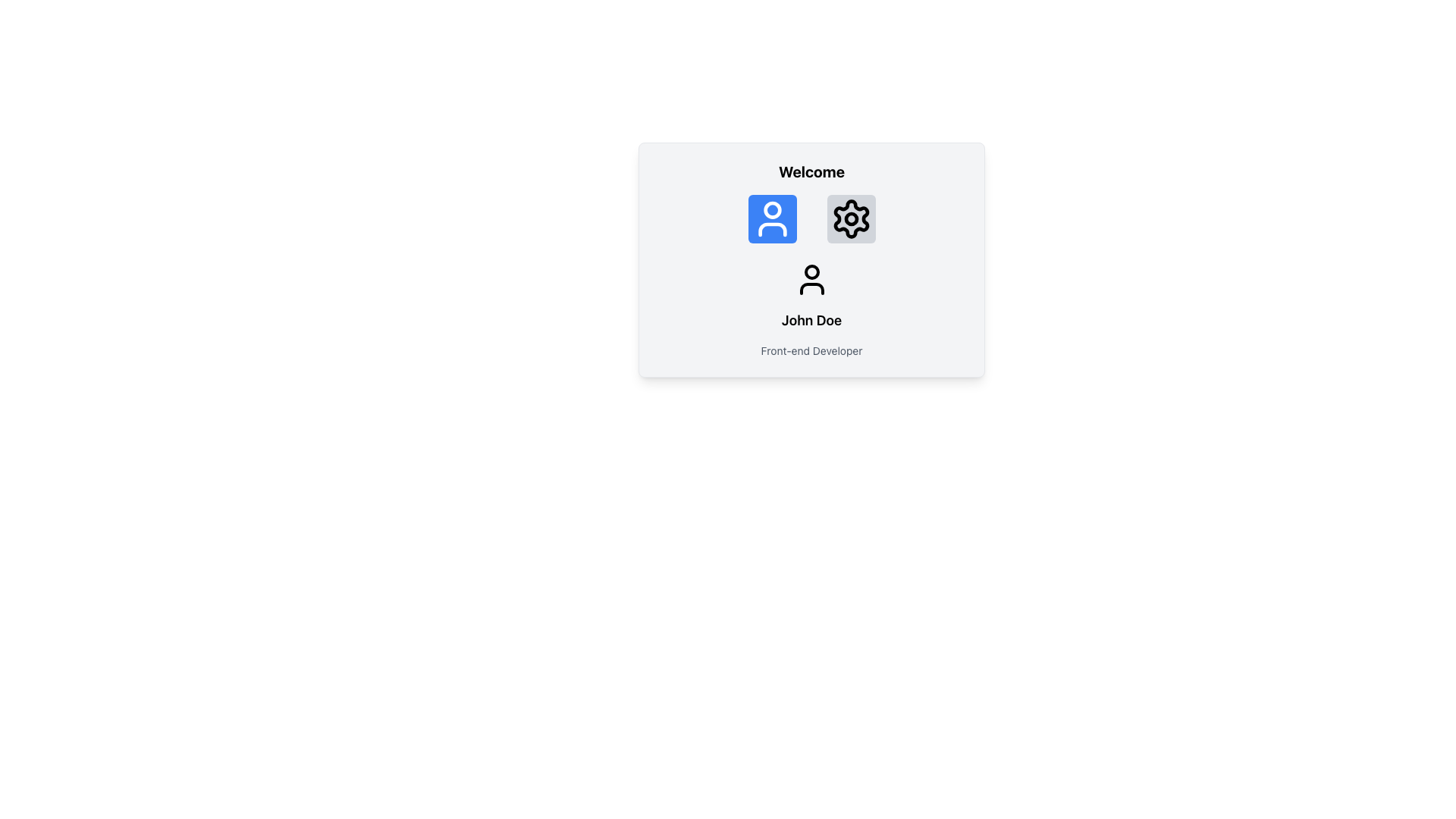  Describe the element at coordinates (772, 210) in the screenshot. I see `the blue circular SVG icon that represents a user profile picture, located centrally within the profile icon on the left side of the gear icon` at that location.